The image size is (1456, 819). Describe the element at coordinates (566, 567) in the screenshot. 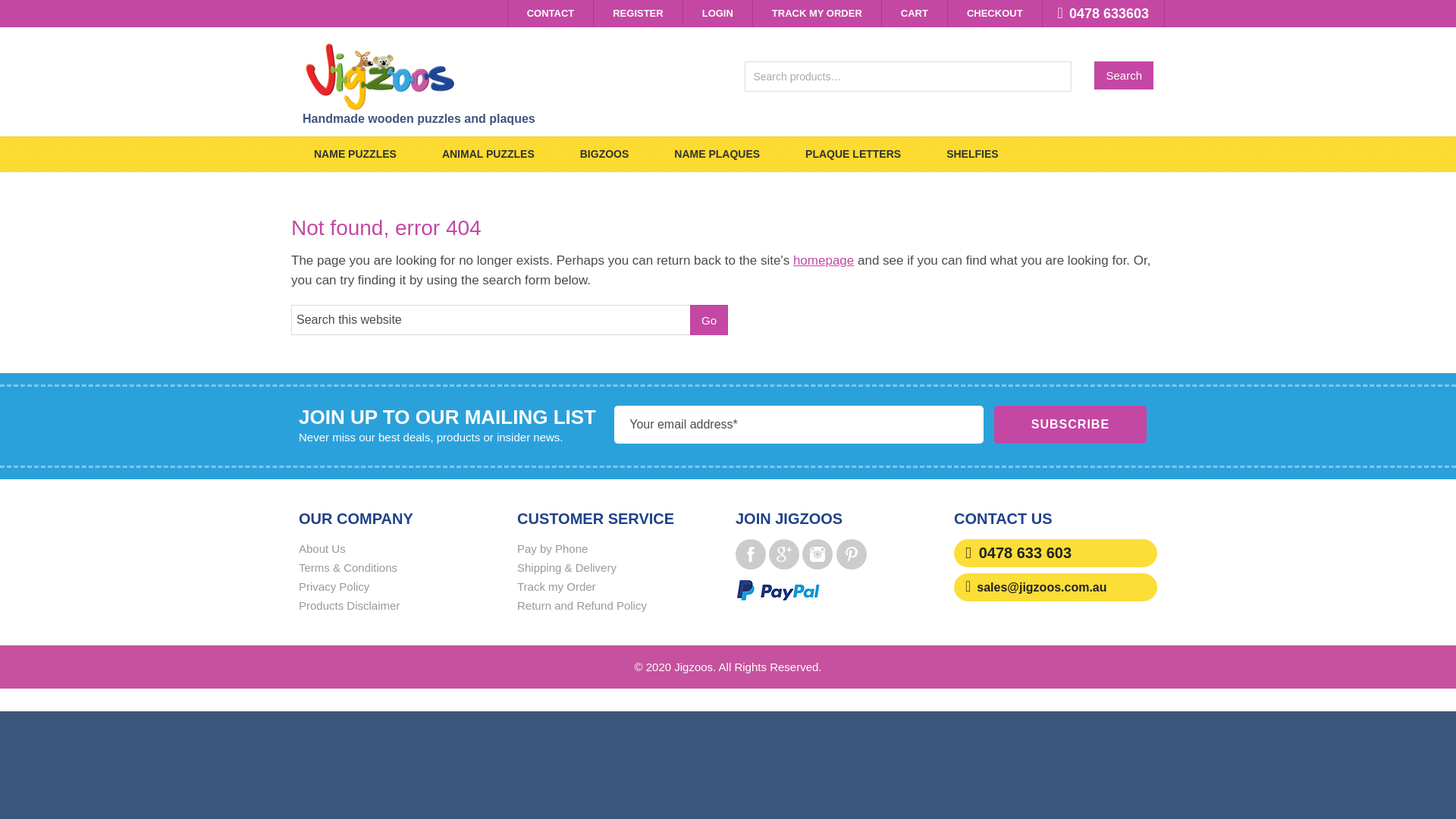

I see `'Shipping & Delivery'` at that location.